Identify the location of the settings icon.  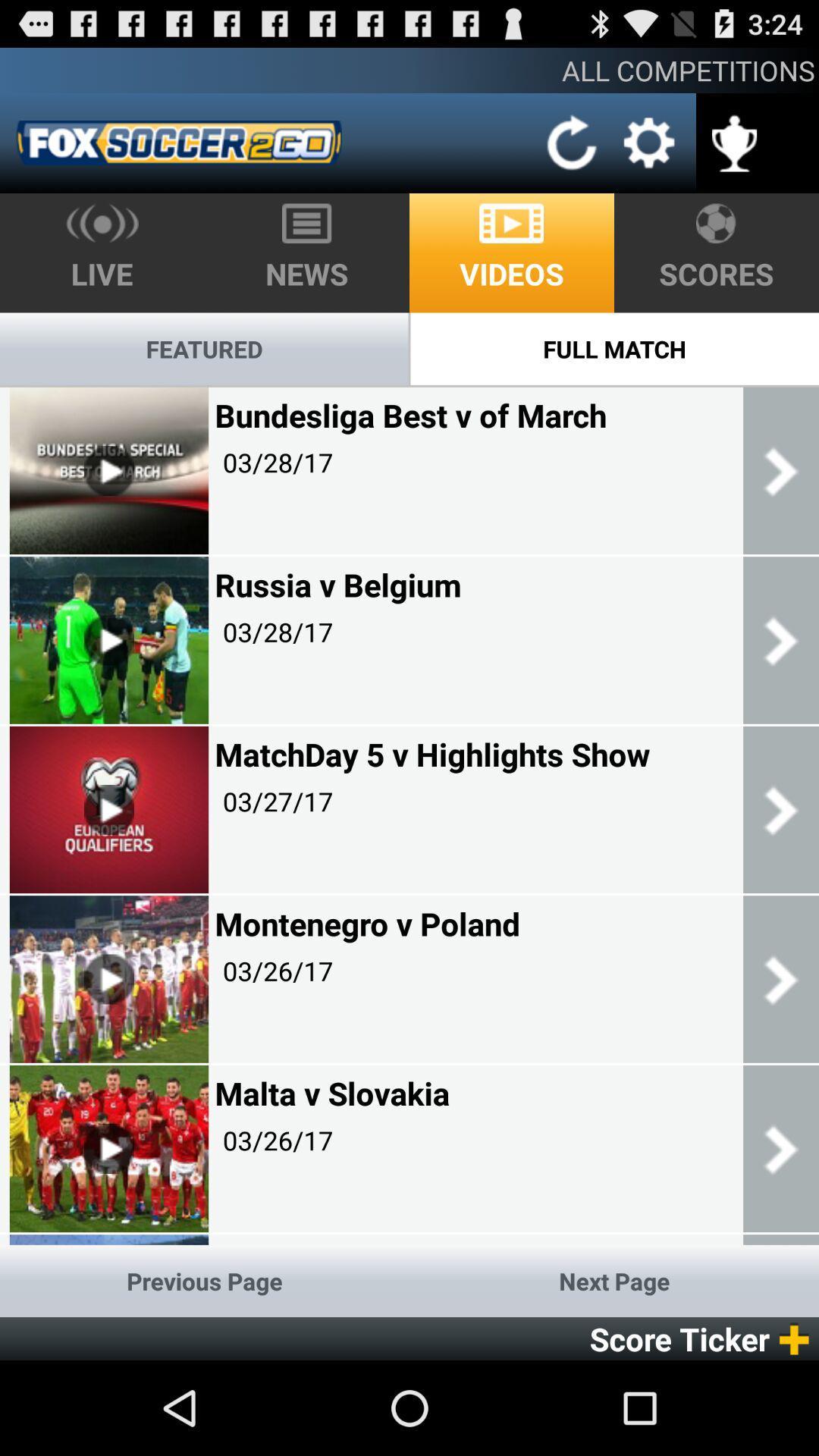
(648, 152).